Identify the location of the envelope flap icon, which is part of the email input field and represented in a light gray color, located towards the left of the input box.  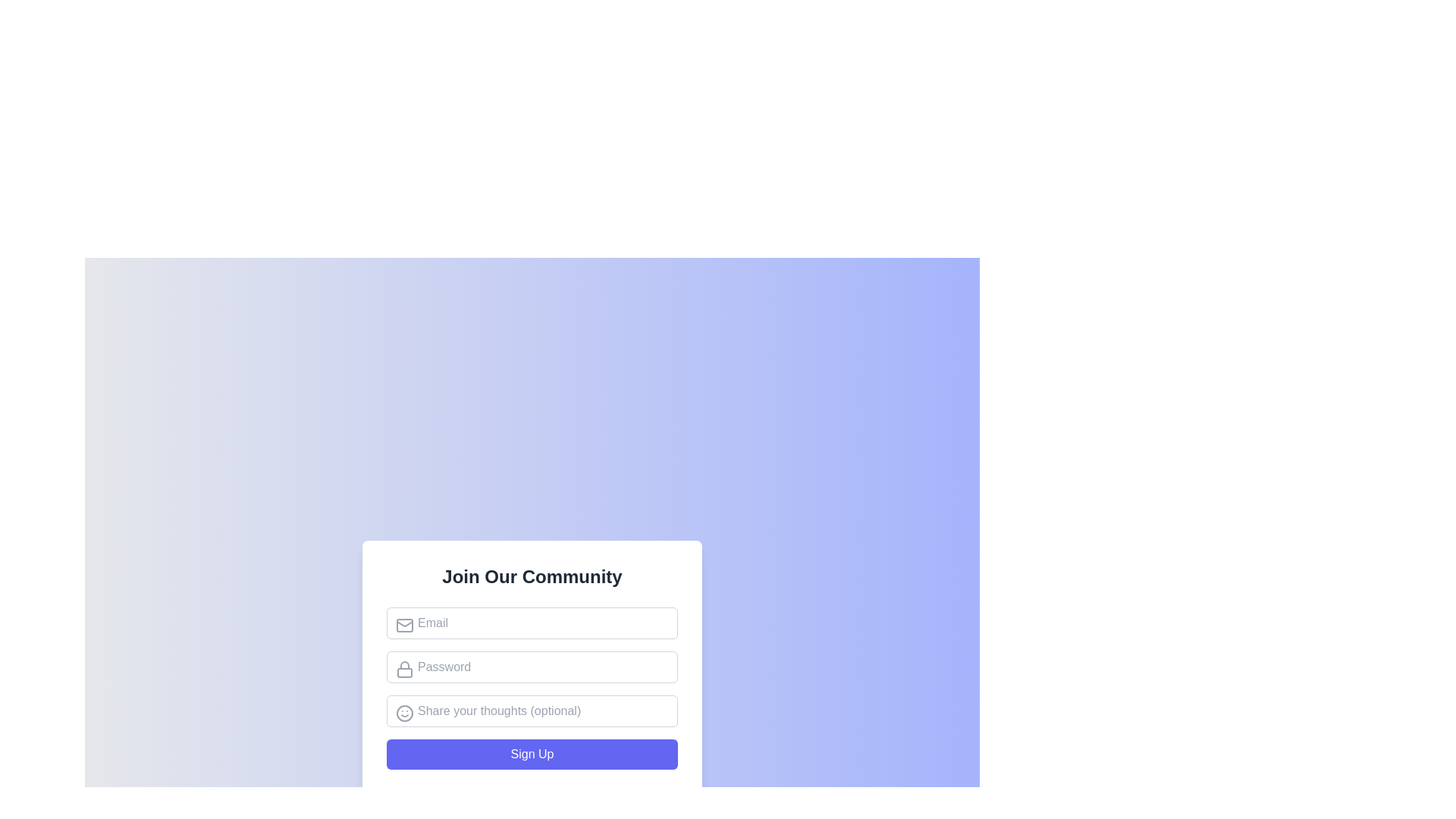
(404, 623).